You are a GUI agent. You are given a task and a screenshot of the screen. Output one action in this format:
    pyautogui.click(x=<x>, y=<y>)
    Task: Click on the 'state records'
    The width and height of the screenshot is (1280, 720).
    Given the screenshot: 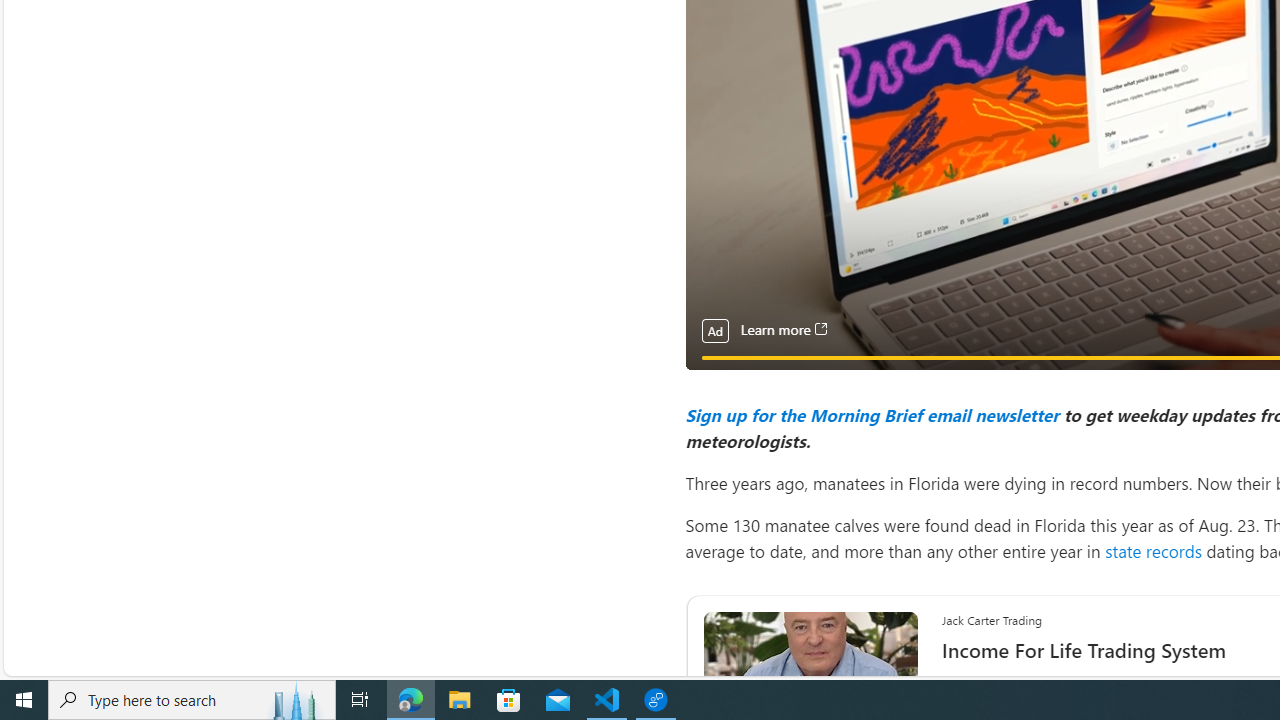 What is the action you would take?
    pyautogui.click(x=1153, y=550)
    